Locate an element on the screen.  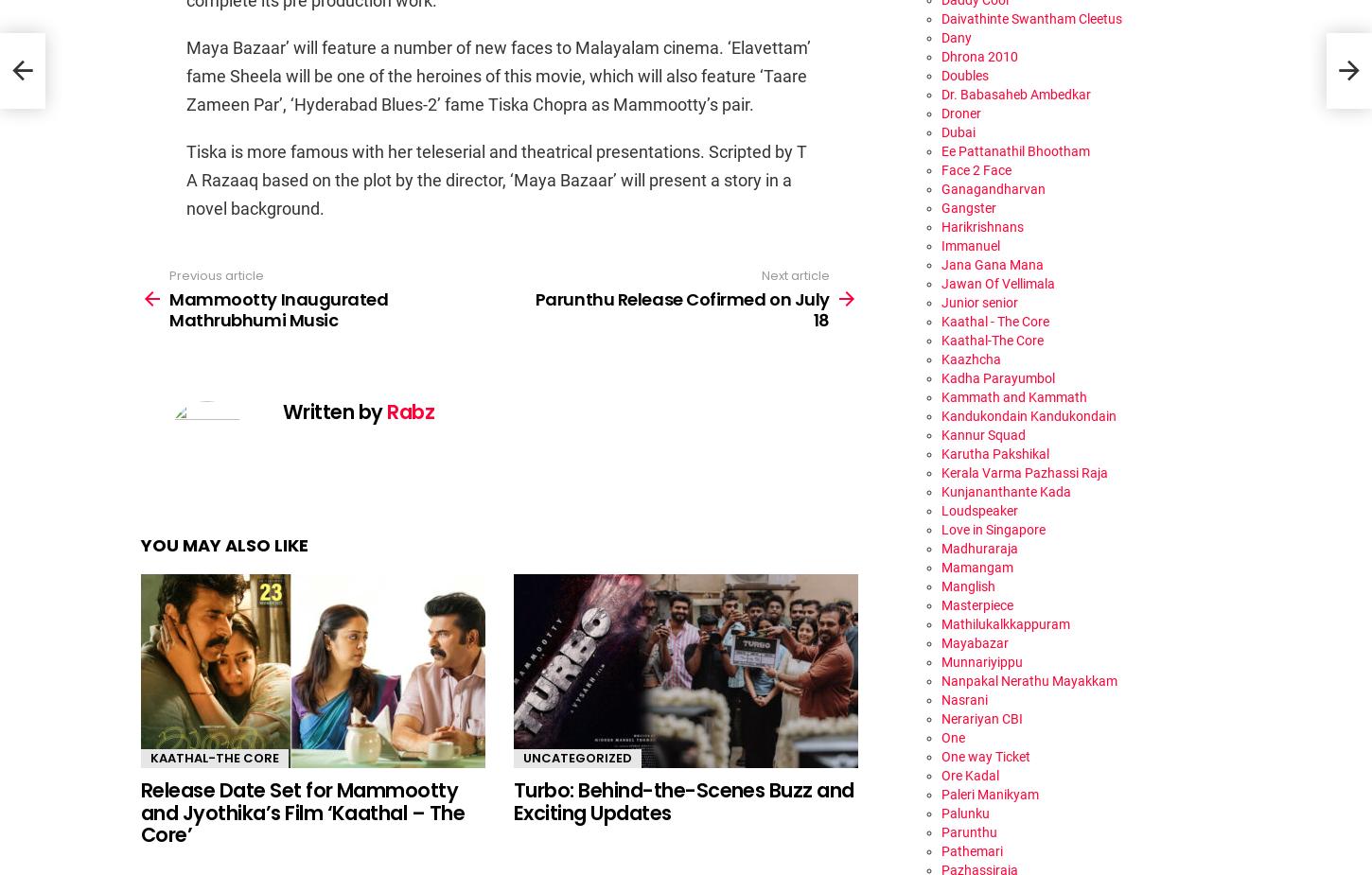
'Written by' is located at coordinates (334, 410).